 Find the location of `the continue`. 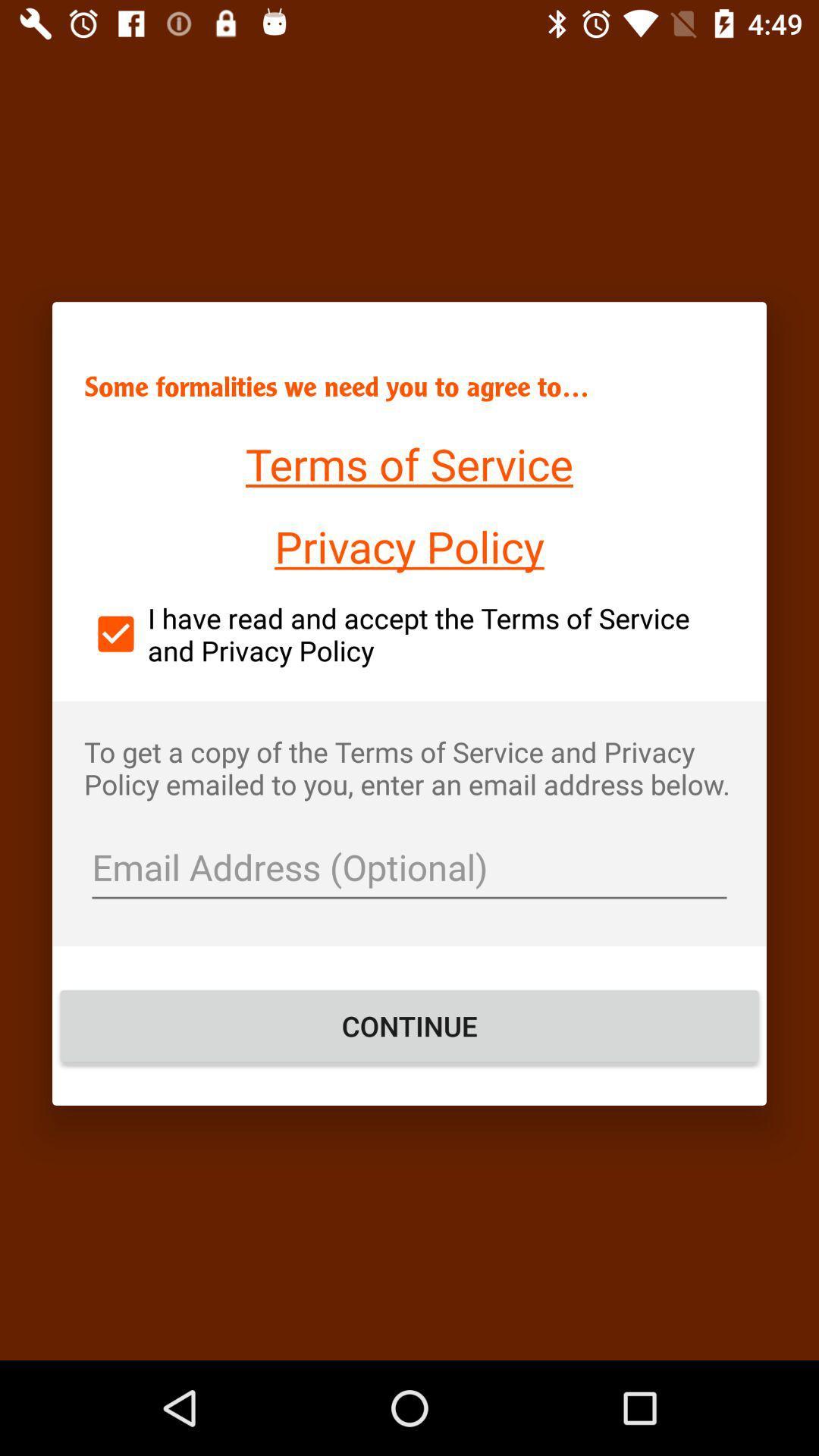

the continue is located at coordinates (409, 1026).